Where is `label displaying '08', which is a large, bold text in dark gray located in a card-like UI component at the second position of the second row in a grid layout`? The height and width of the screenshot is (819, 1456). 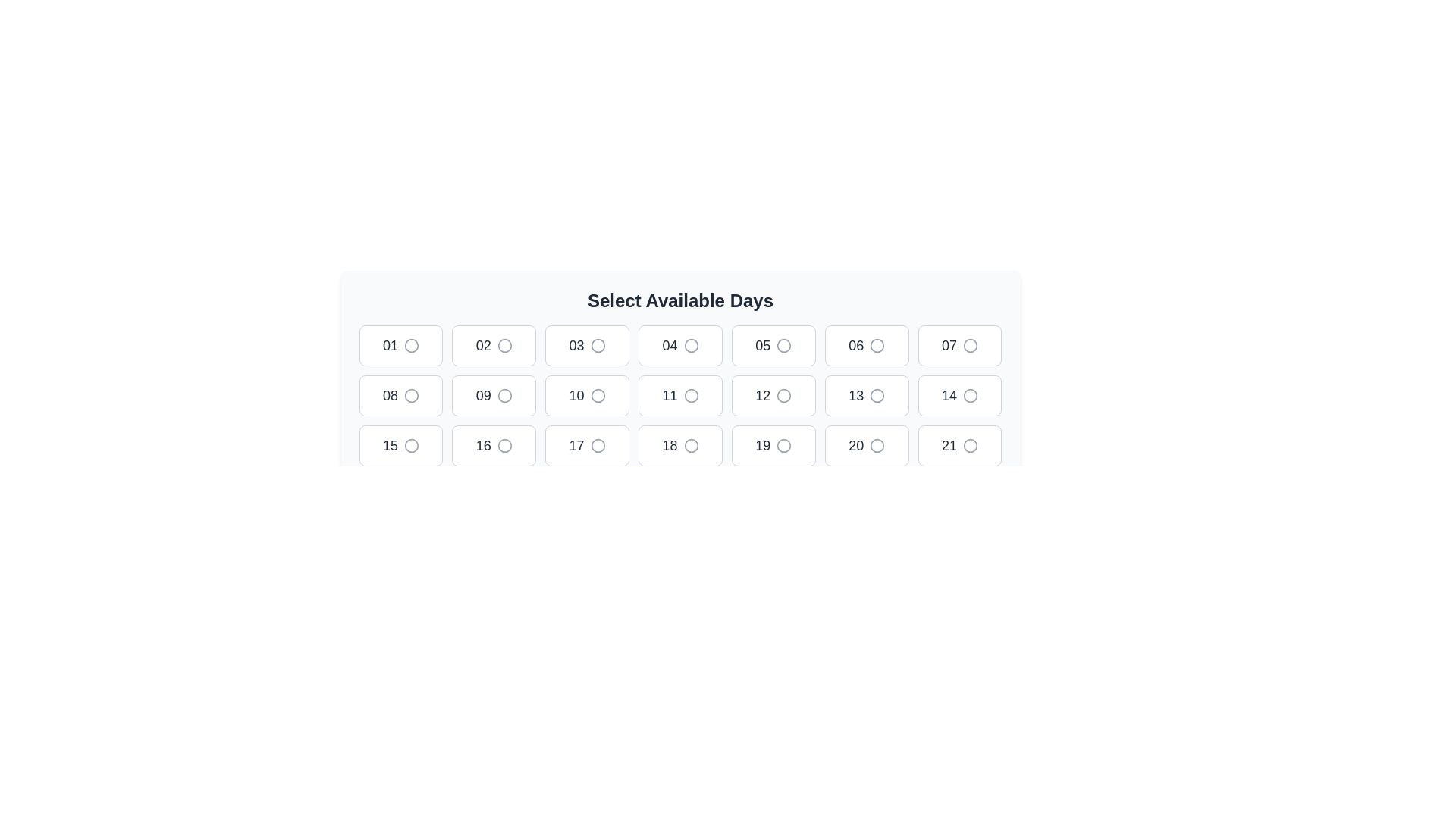 label displaying '08', which is a large, bold text in dark gray located in a card-like UI component at the second position of the second row in a grid layout is located at coordinates (390, 394).